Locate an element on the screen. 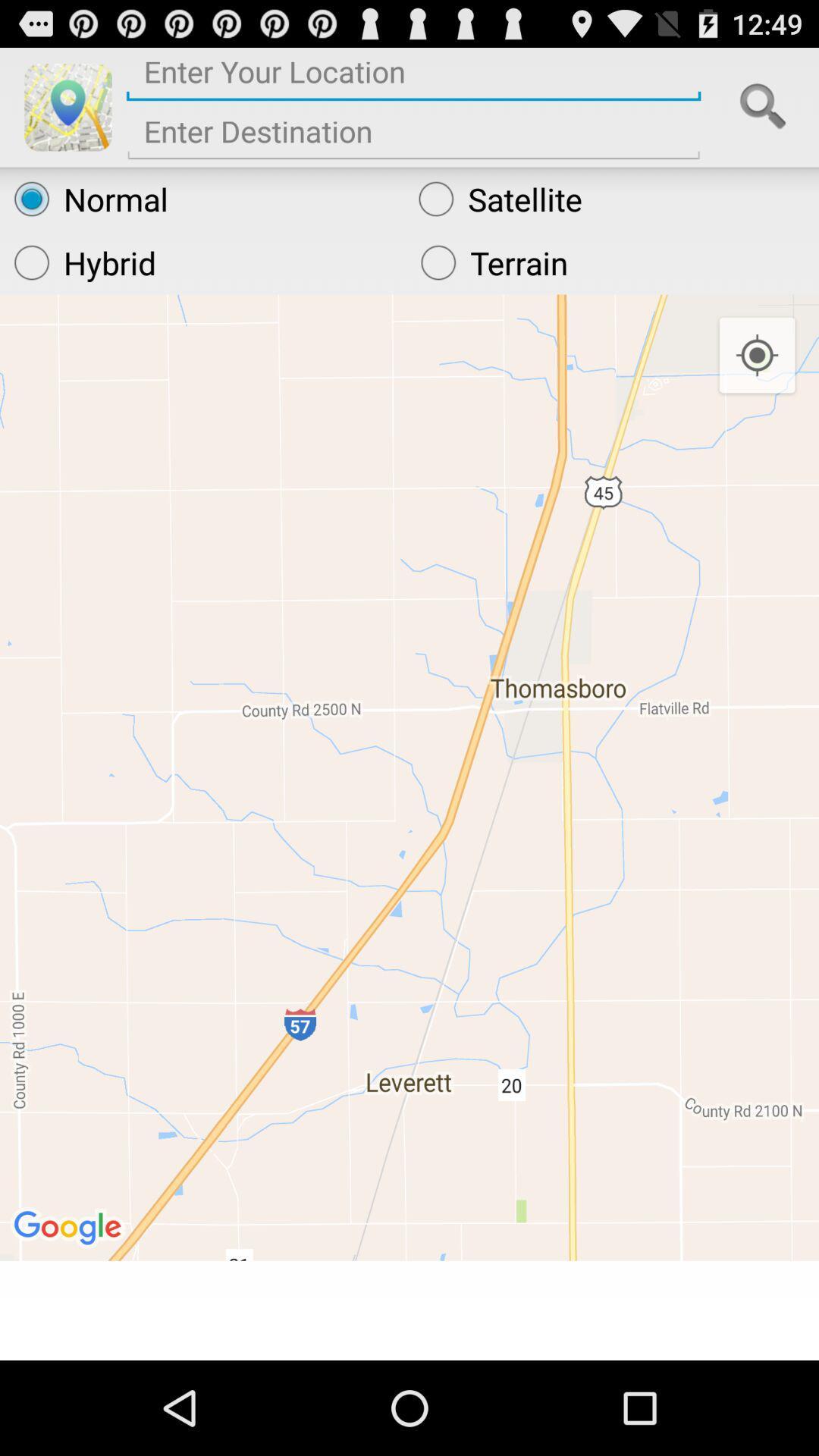 The width and height of the screenshot is (819, 1456). current location is located at coordinates (413, 77).